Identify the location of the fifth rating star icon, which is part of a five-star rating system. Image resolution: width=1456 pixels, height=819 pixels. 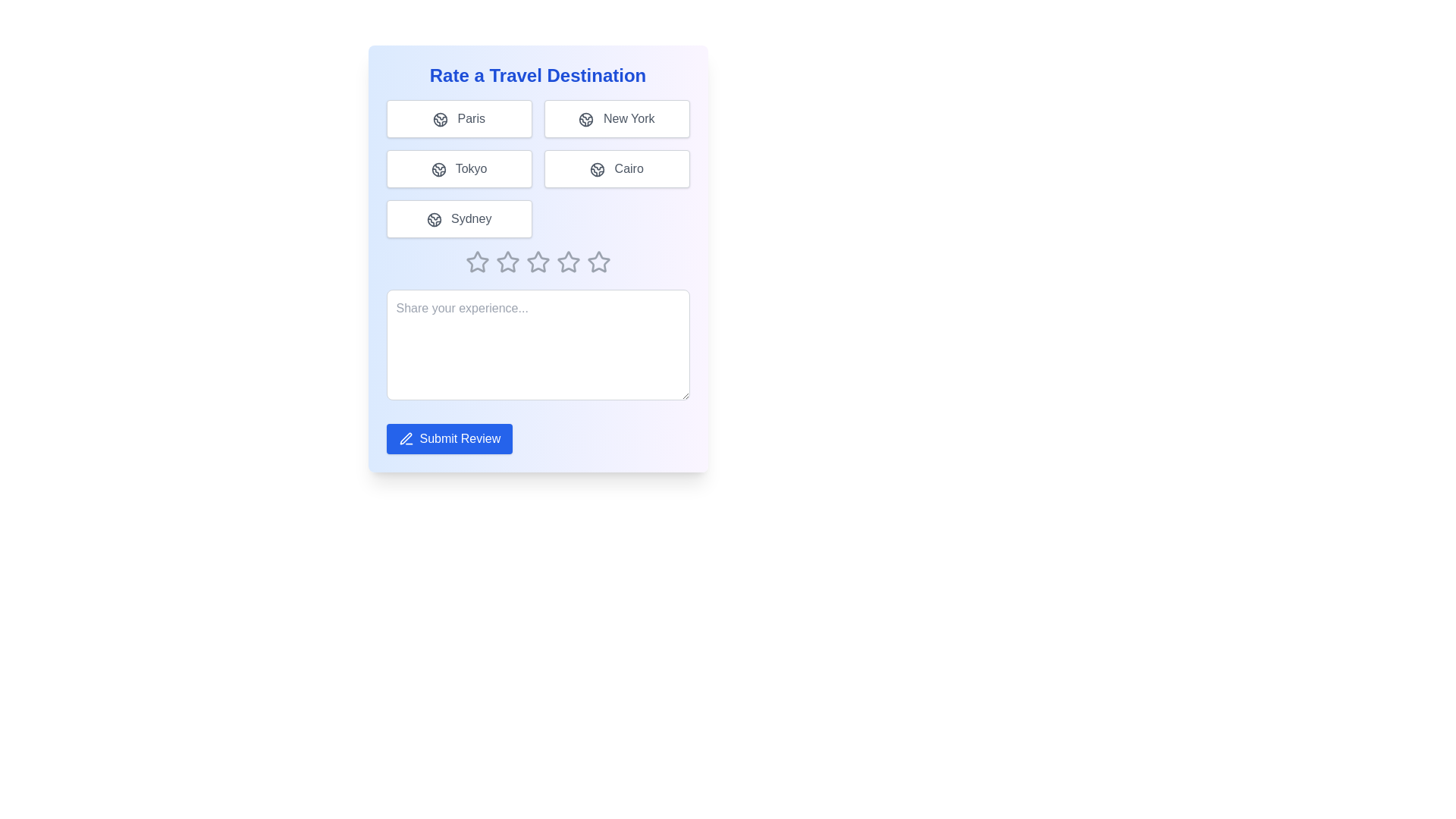
(598, 261).